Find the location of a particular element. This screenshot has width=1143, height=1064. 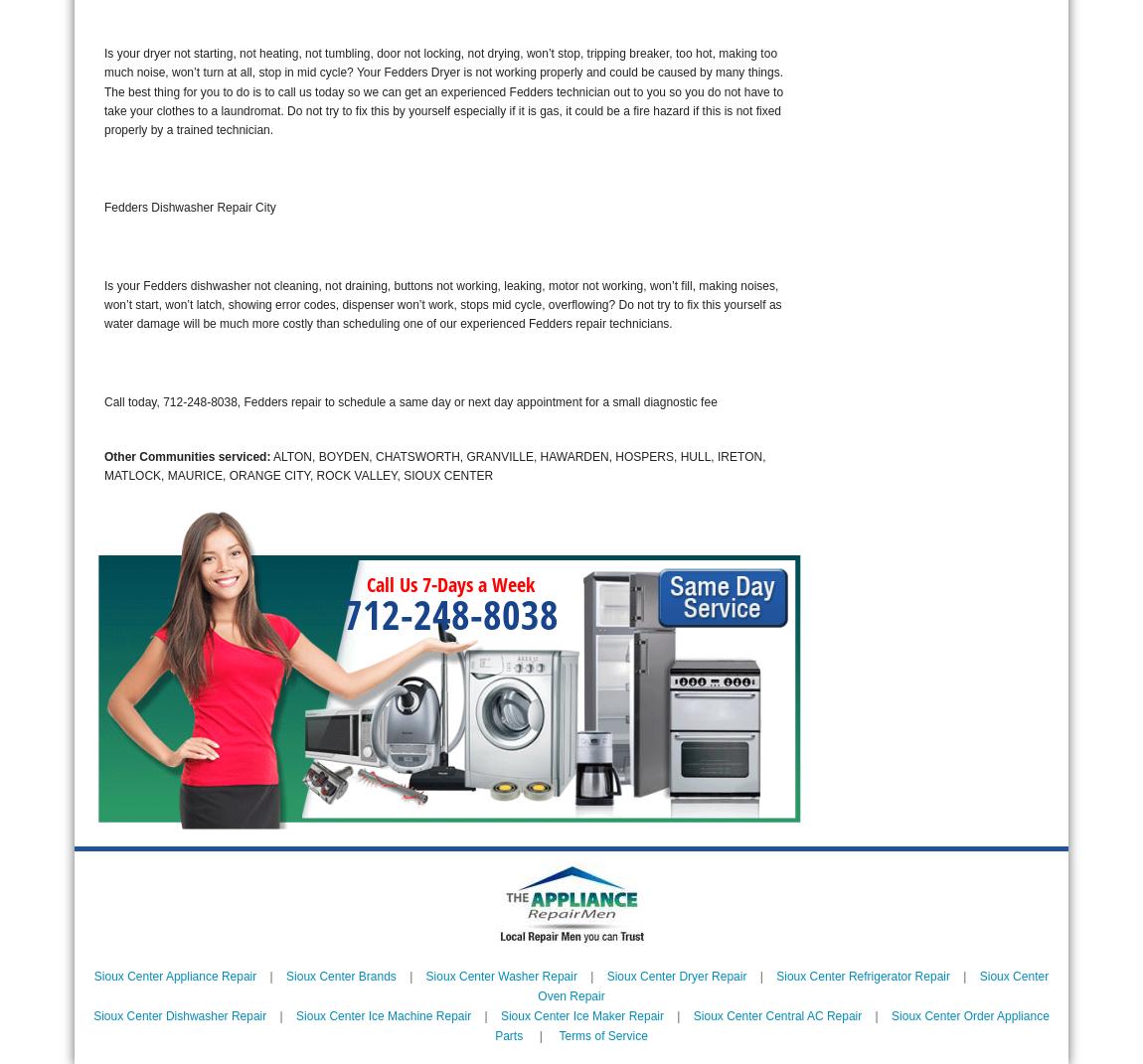

'Sioux Center Dishwasher Repair' is located at coordinates (91, 1014).